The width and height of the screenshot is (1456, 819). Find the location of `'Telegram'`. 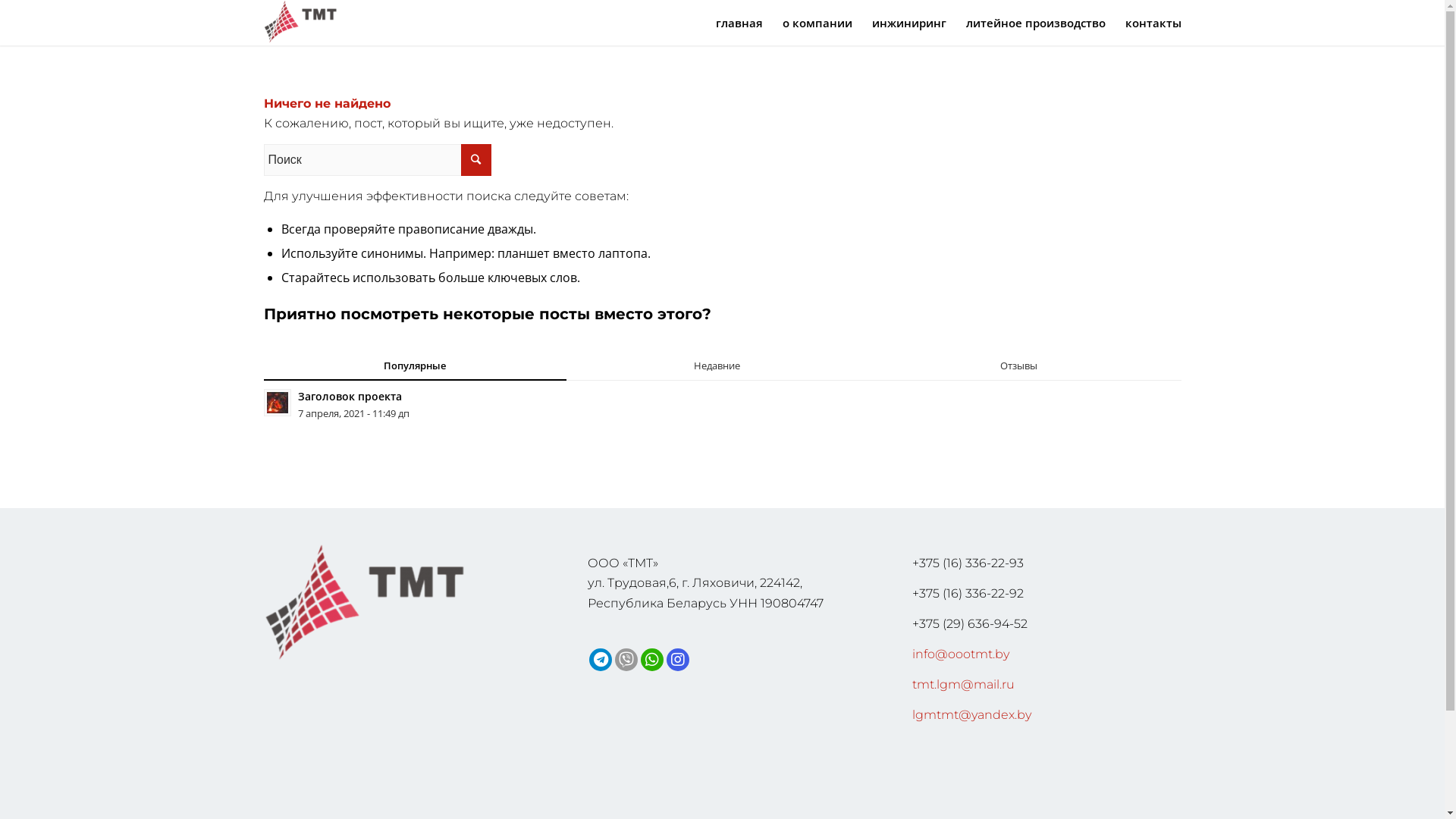

'Telegram' is located at coordinates (600, 659).